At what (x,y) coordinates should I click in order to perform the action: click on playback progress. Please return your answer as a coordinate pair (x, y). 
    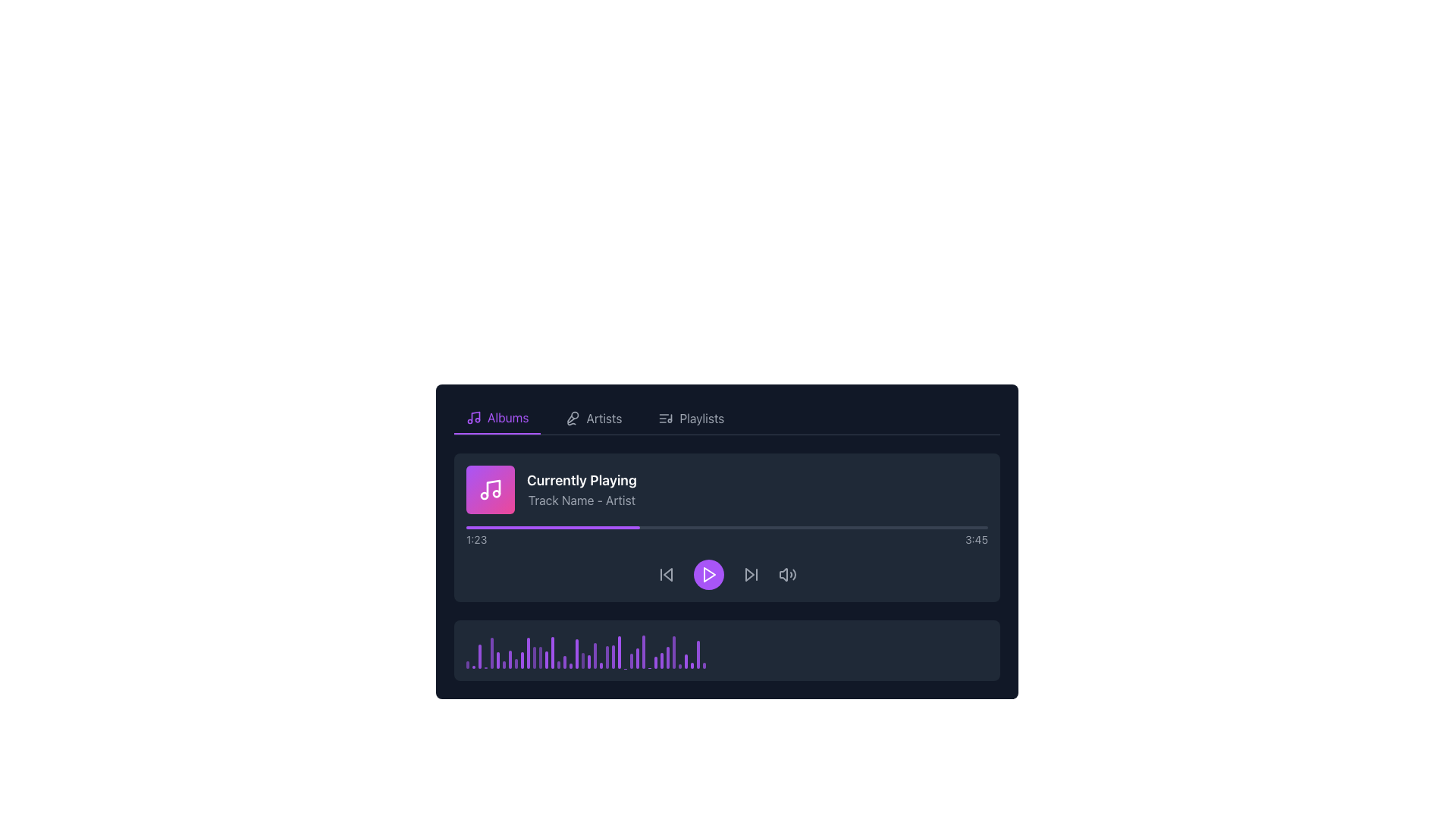
    Looking at the image, I should click on (868, 526).